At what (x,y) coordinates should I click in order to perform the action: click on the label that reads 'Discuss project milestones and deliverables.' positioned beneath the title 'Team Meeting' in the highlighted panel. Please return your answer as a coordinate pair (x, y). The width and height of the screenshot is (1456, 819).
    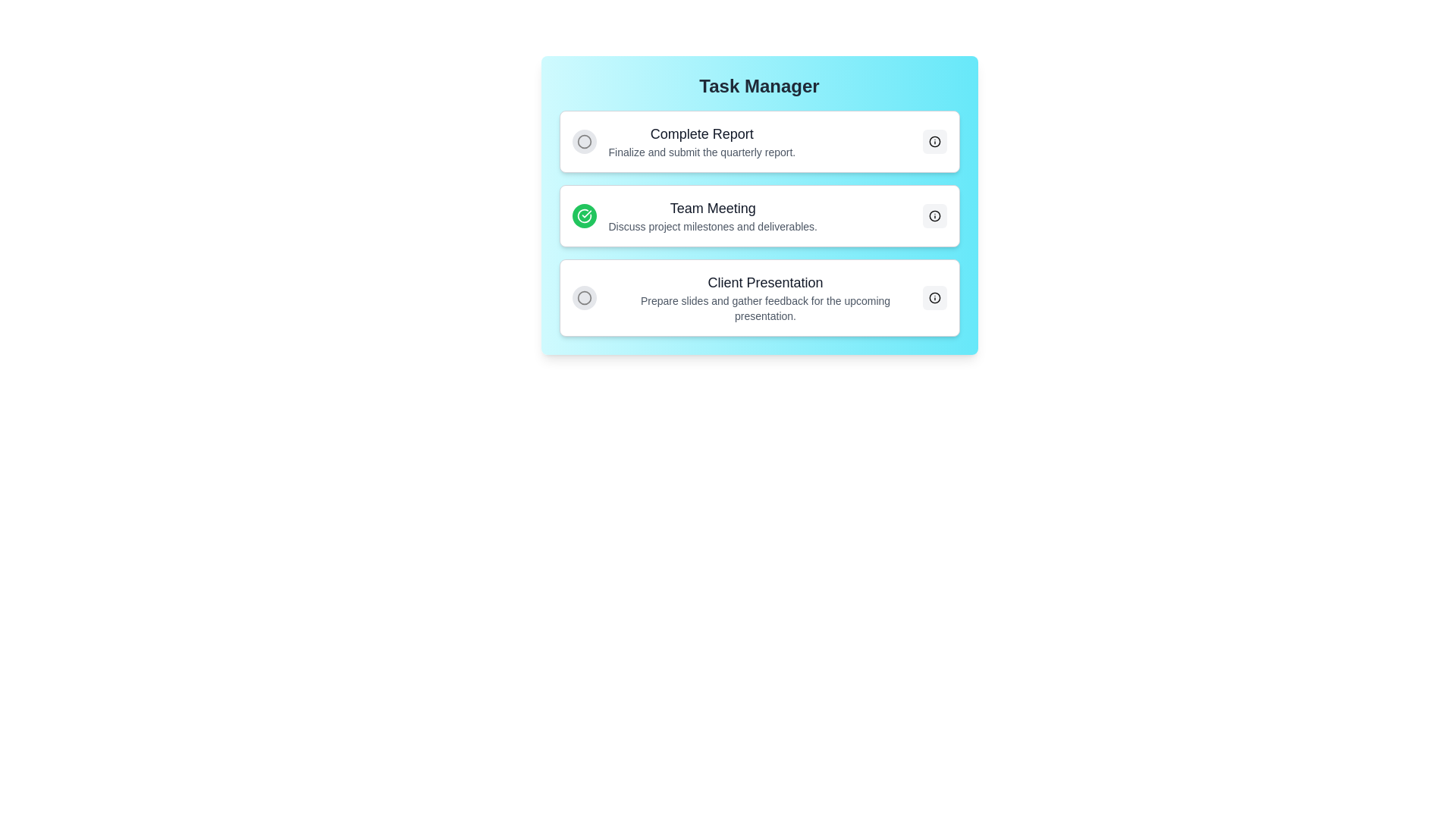
    Looking at the image, I should click on (712, 227).